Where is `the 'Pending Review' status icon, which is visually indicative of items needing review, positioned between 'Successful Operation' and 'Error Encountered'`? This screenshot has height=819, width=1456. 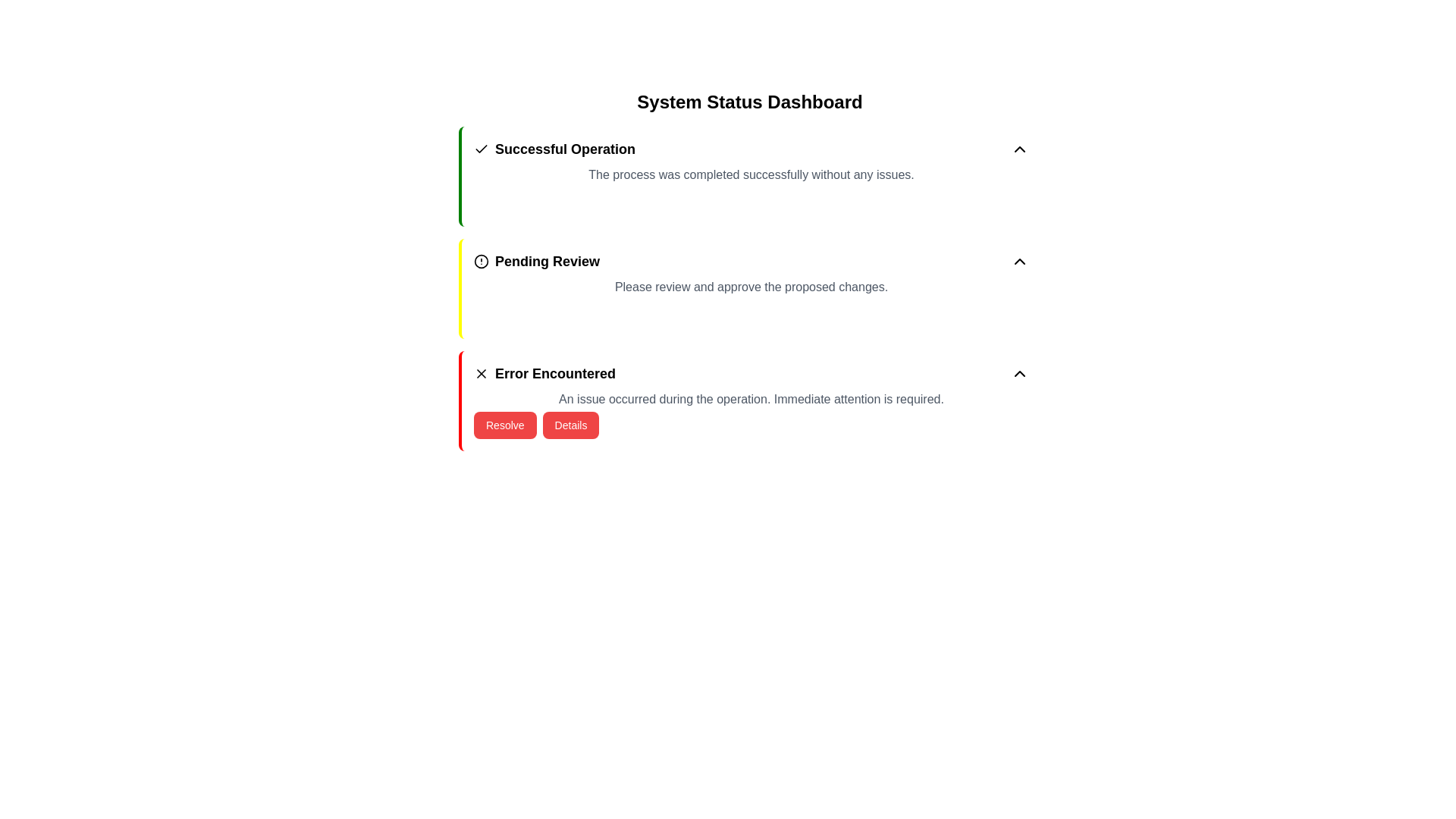 the 'Pending Review' status icon, which is visually indicative of items needing review, positioned between 'Successful Operation' and 'Error Encountered' is located at coordinates (480, 260).